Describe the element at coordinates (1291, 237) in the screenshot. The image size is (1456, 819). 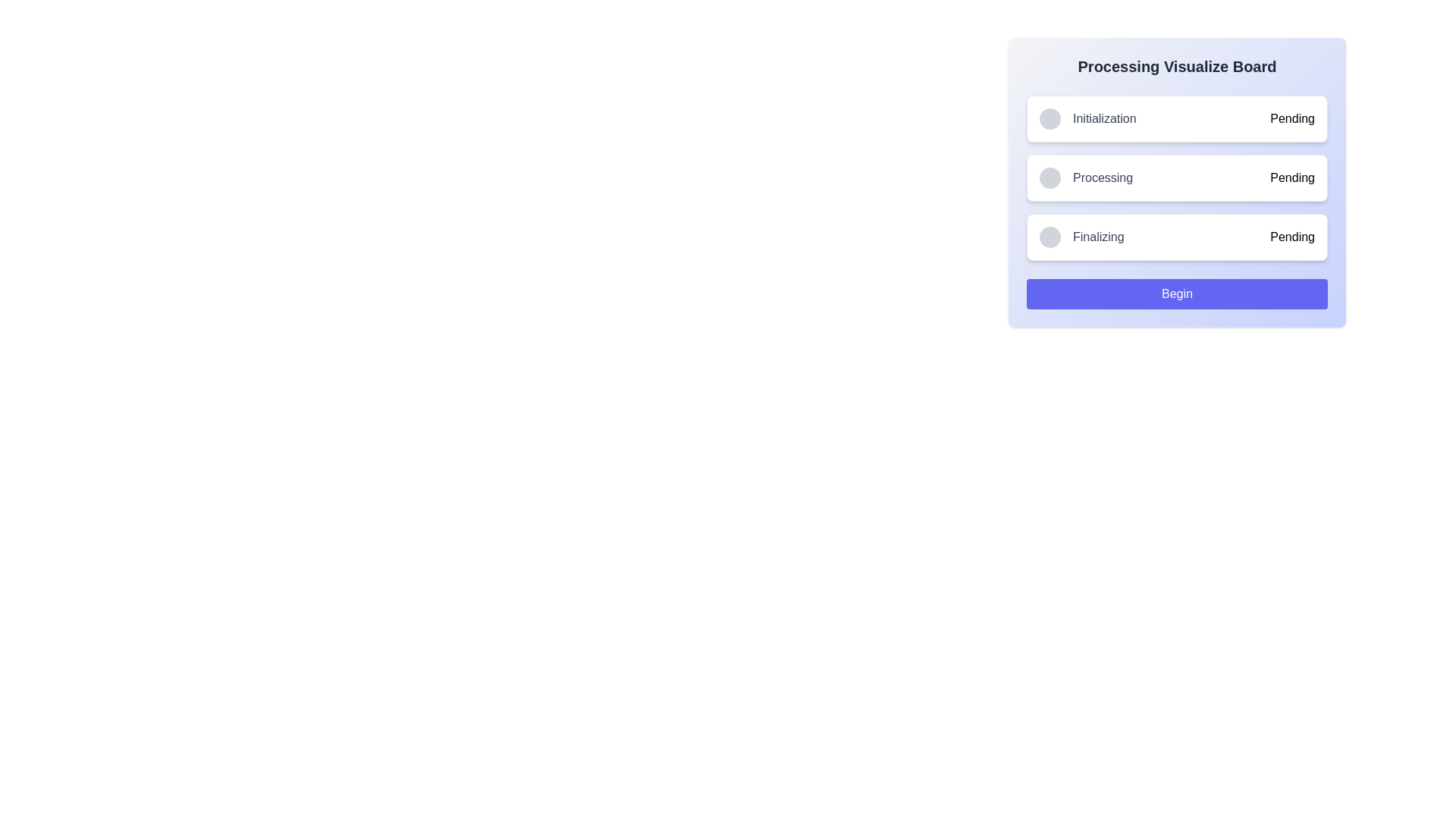
I see `the Static Label displaying the text 'Pending', which is positioned` at that location.